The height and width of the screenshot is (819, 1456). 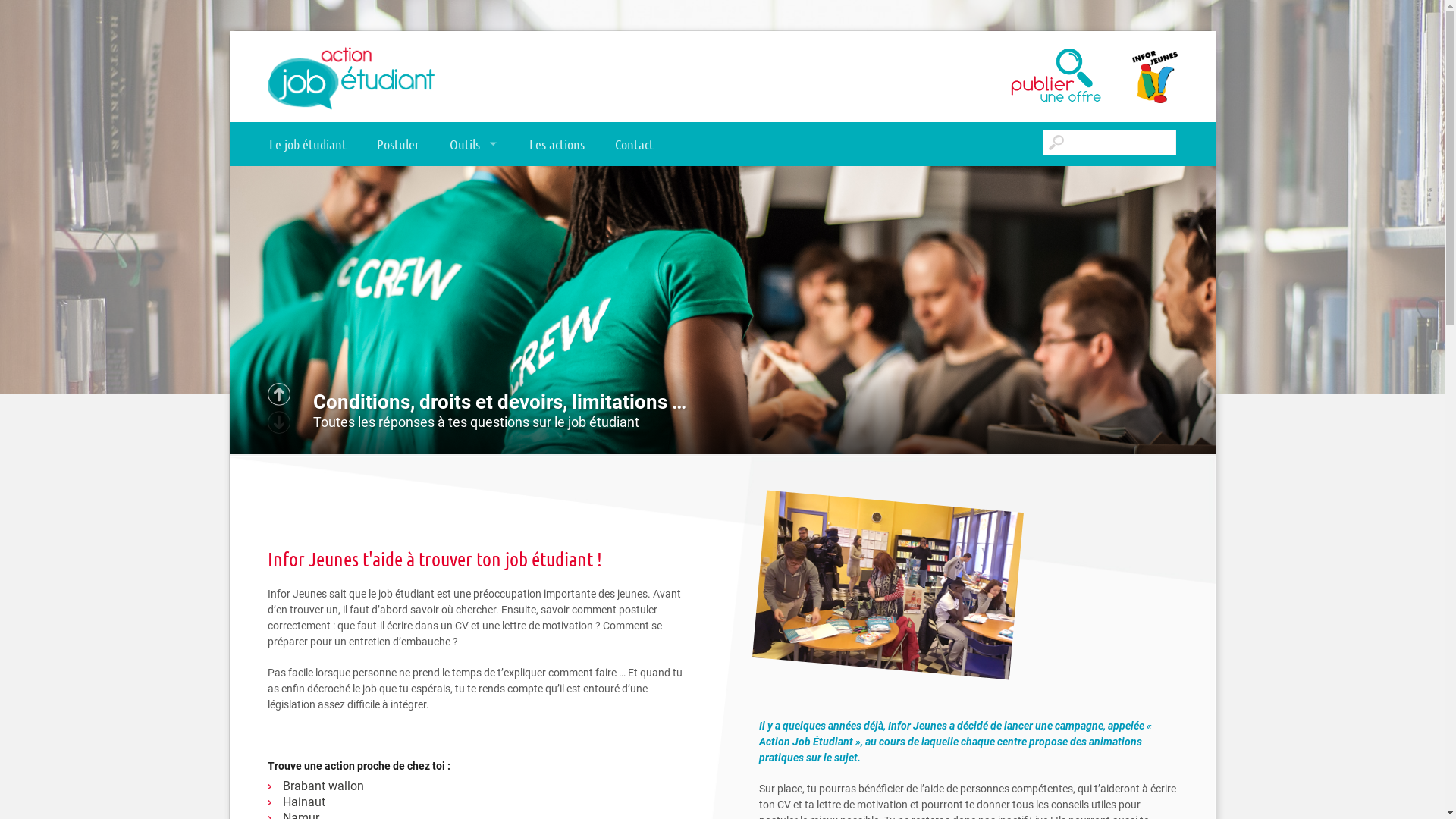 What do you see at coordinates (556, 145) in the screenshot?
I see `'Les actions'` at bounding box center [556, 145].